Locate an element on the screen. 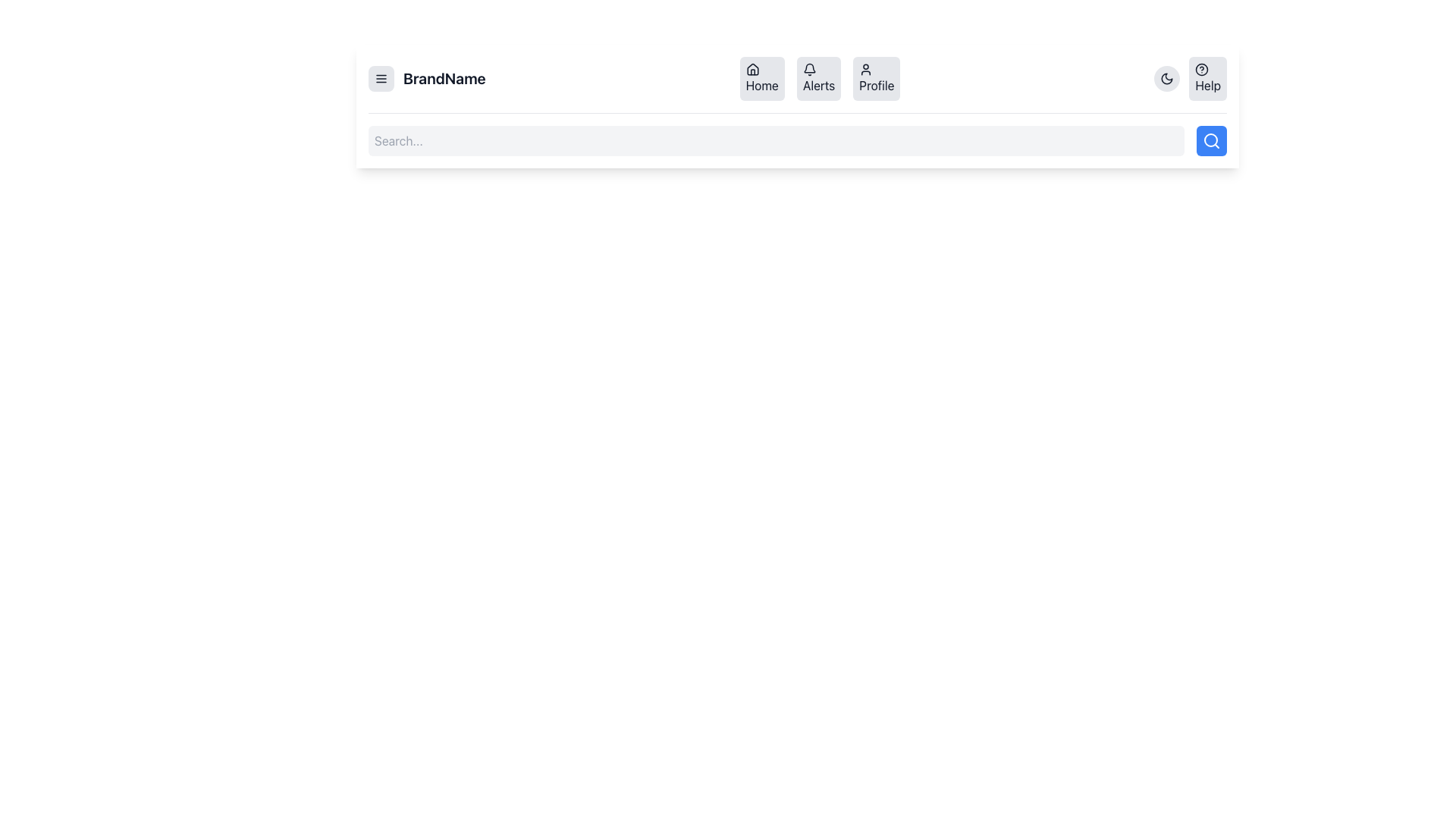 This screenshot has height=819, width=1456. the 'Alerts' button, which is a gray button with a bell icon and is located between the 'Home' and 'Profile' buttons in the top navigation bar is located at coordinates (818, 79).